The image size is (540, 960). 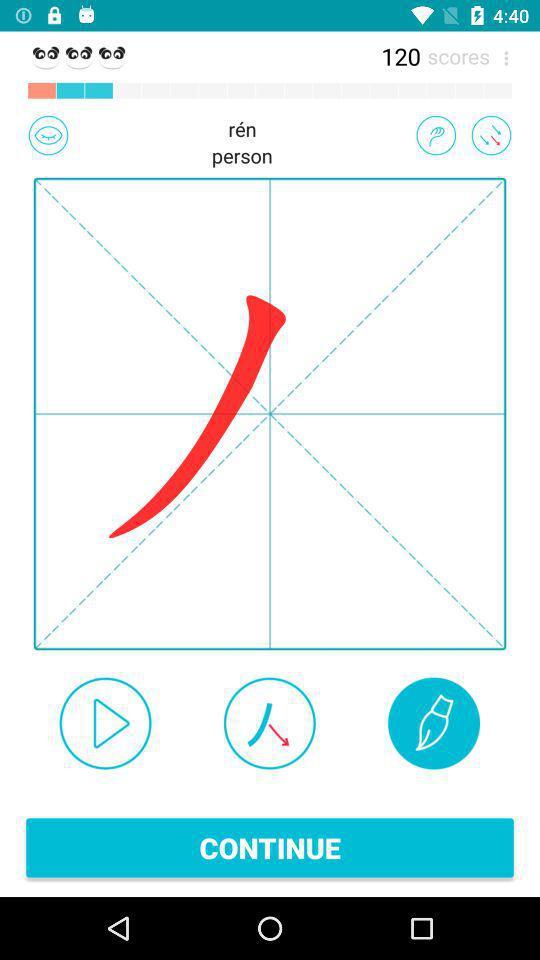 What do you see at coordinates (270, 846) in the screenshot?
I see `continue` at bounding box center [270, 846].